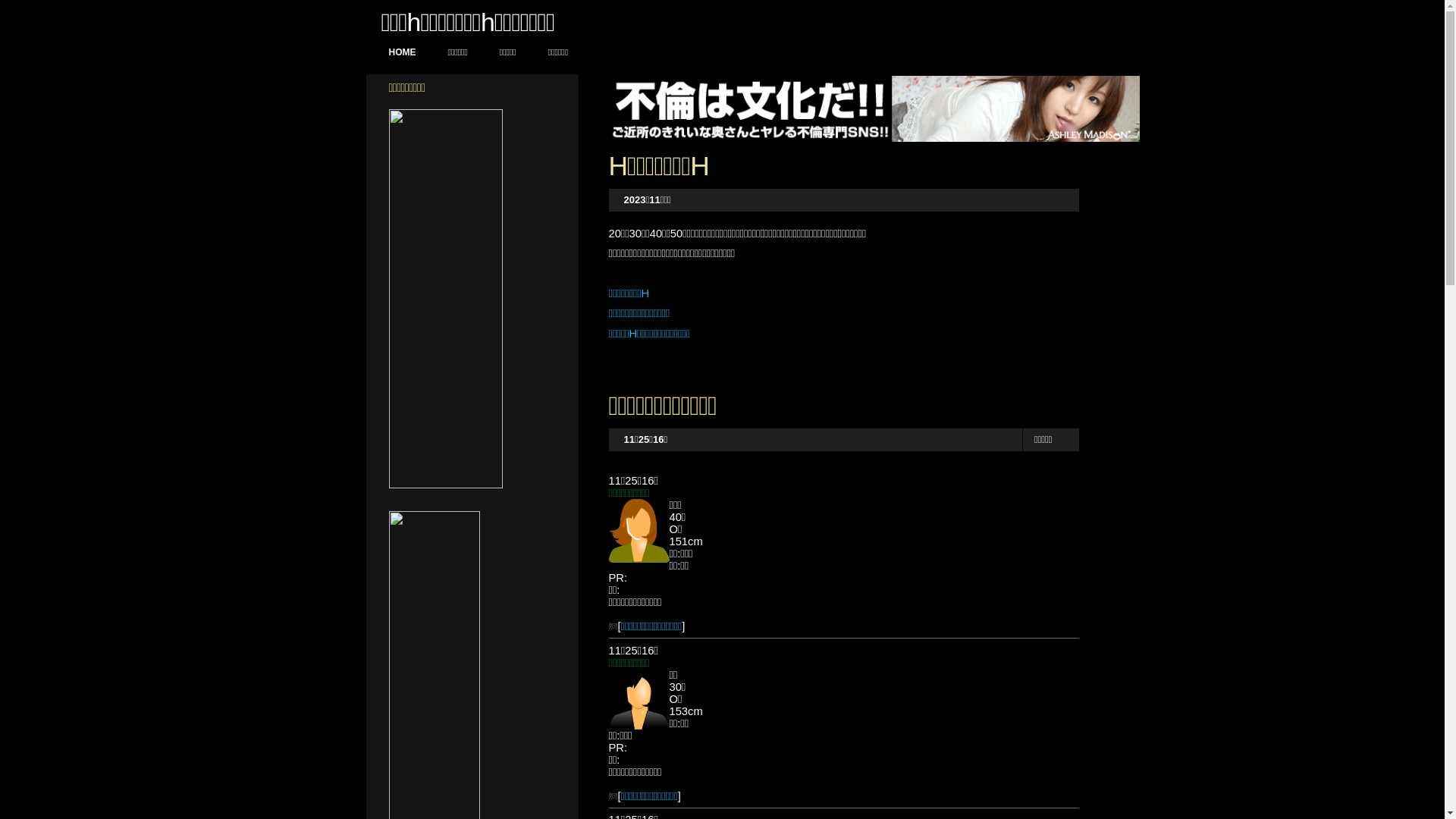  I want to click on 'HOME', so click(401, 52).